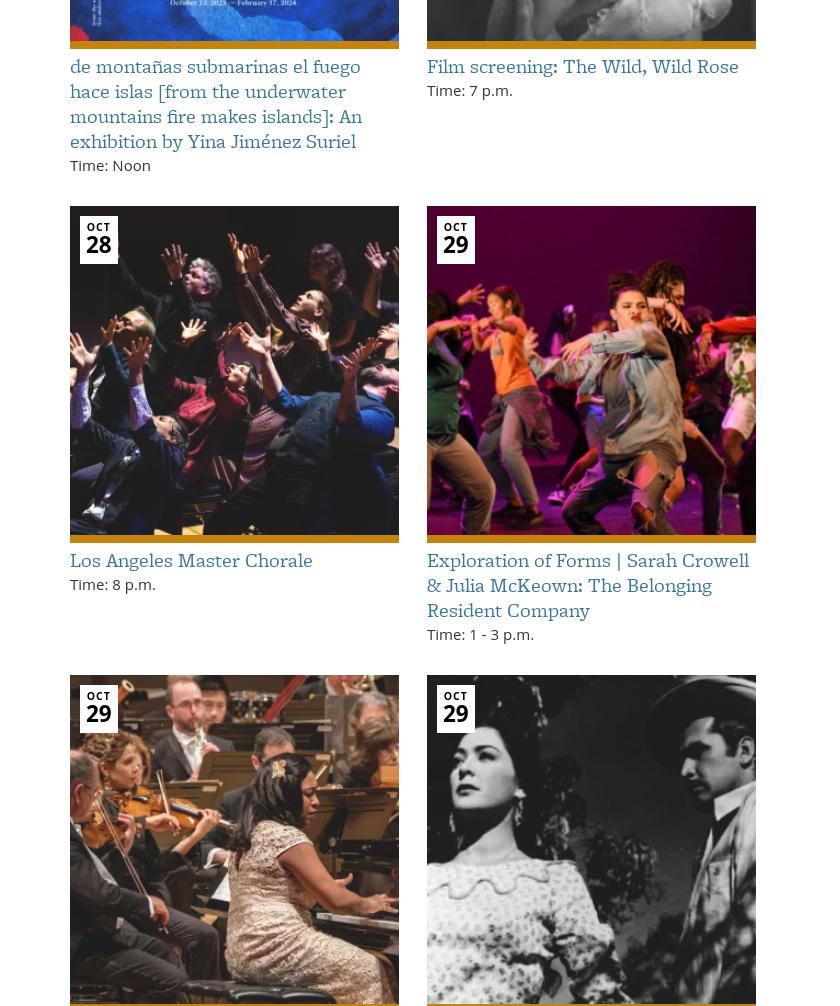 The width and height of the screenshot is (840, 1006). What do you see at coordinates (426, 64) in the screenshot?
I see `'Film screening: The Wild, Wild Rose'` at bounding box center [426, 64].